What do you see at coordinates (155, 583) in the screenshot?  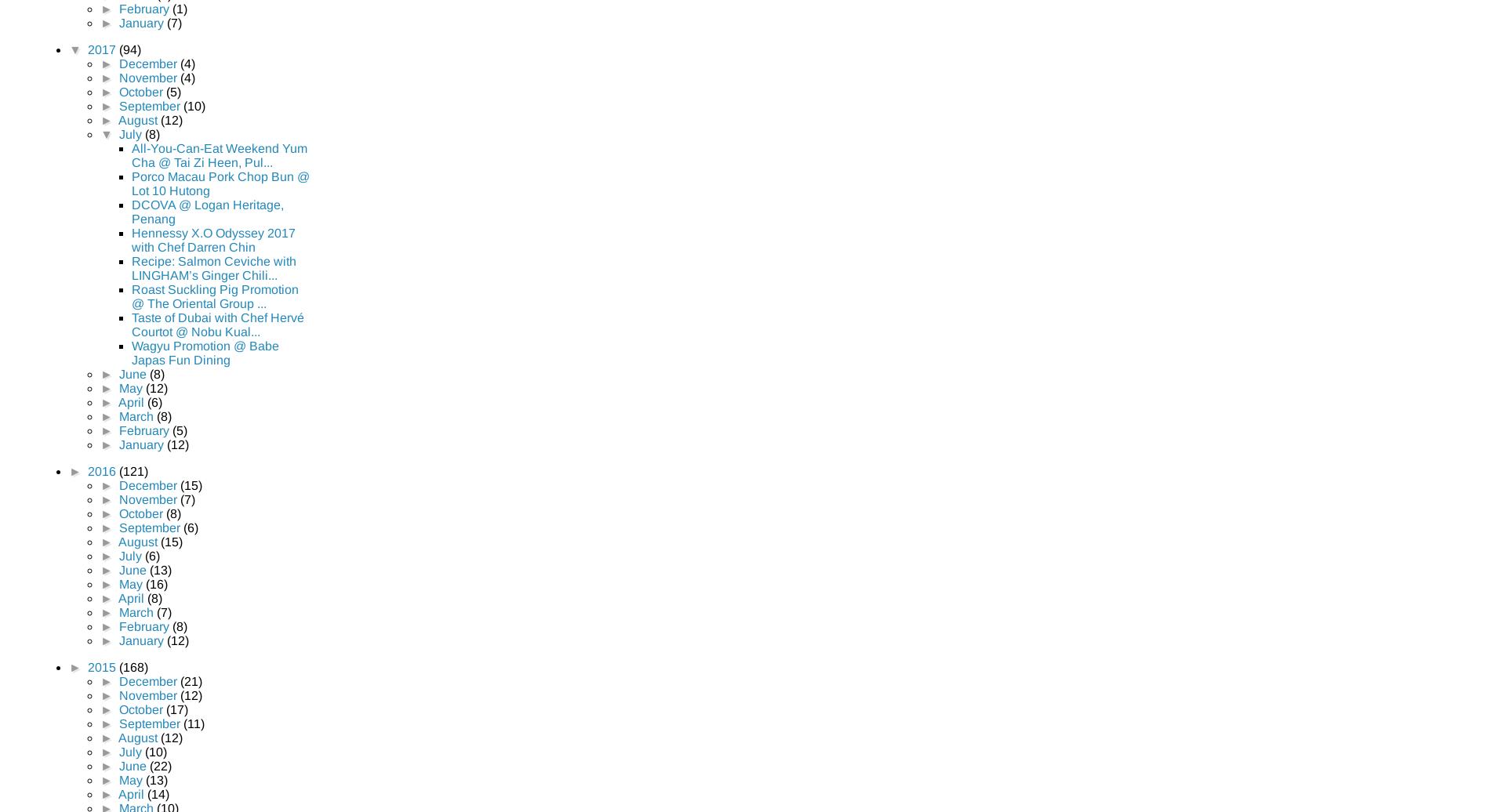 I see `'(16)'` at bounding box center [155, 583].